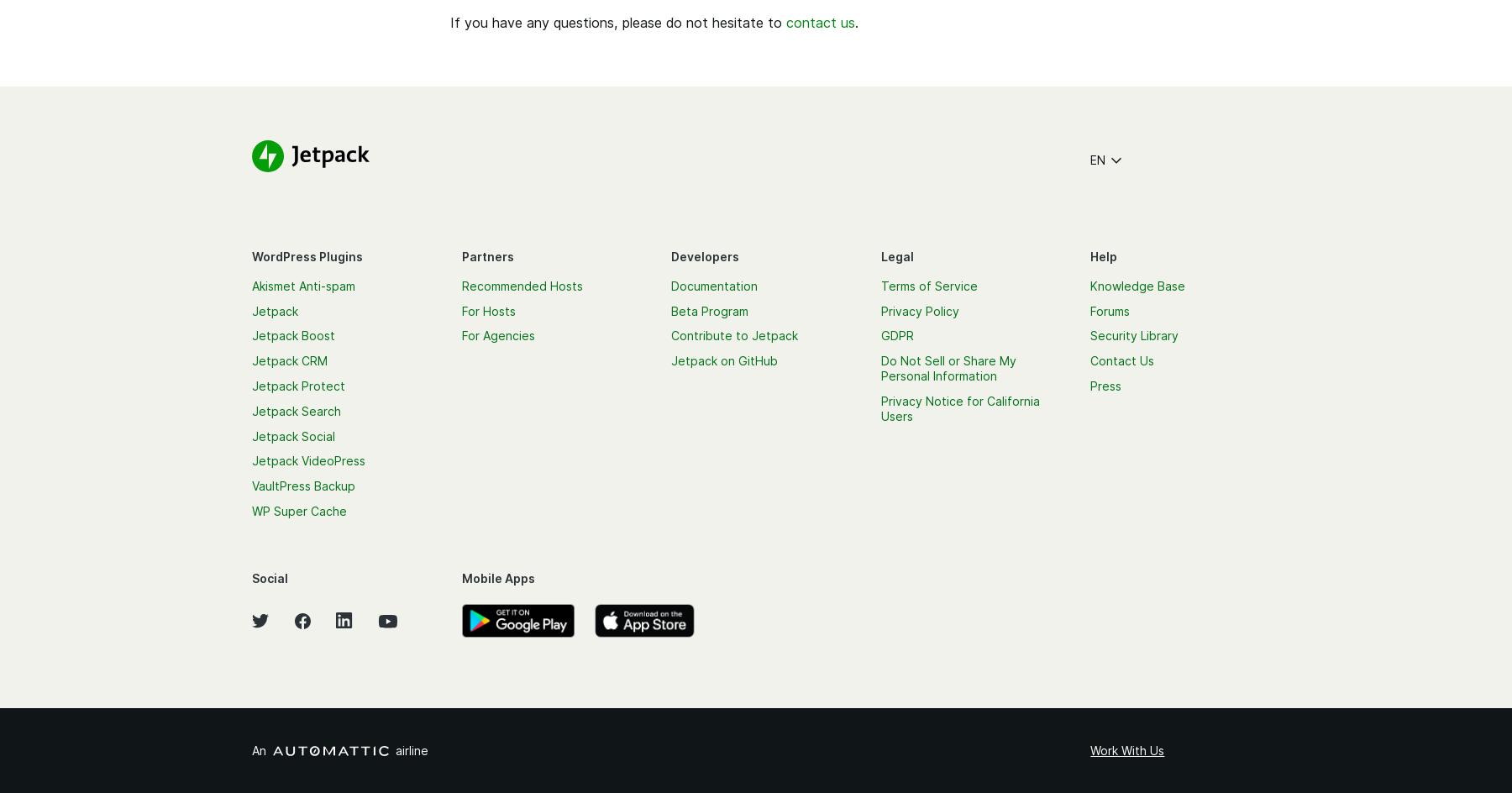 This screenshot has width=1512, height=793. What do you see at coordinates (251, 255) in the screenshot?
I see `'WordPress Plugins'` at bounding box center [251, 255].